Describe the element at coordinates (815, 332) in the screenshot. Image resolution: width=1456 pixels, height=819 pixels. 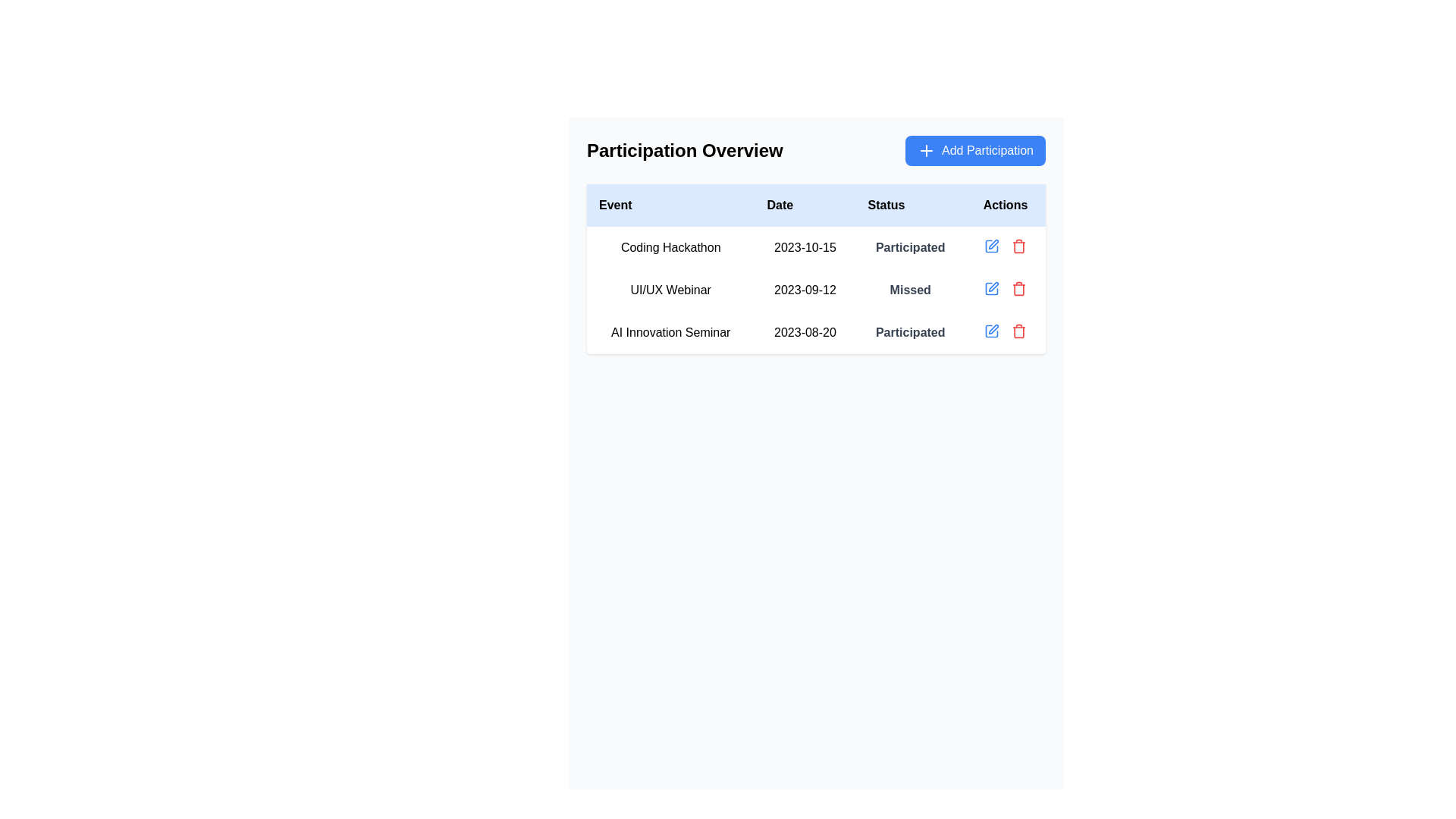
I see `the third row of the 'Participation Overview' table, which is located below the 'UI/UX Webinar' row, to interact with the edit or delete icons` at that location.